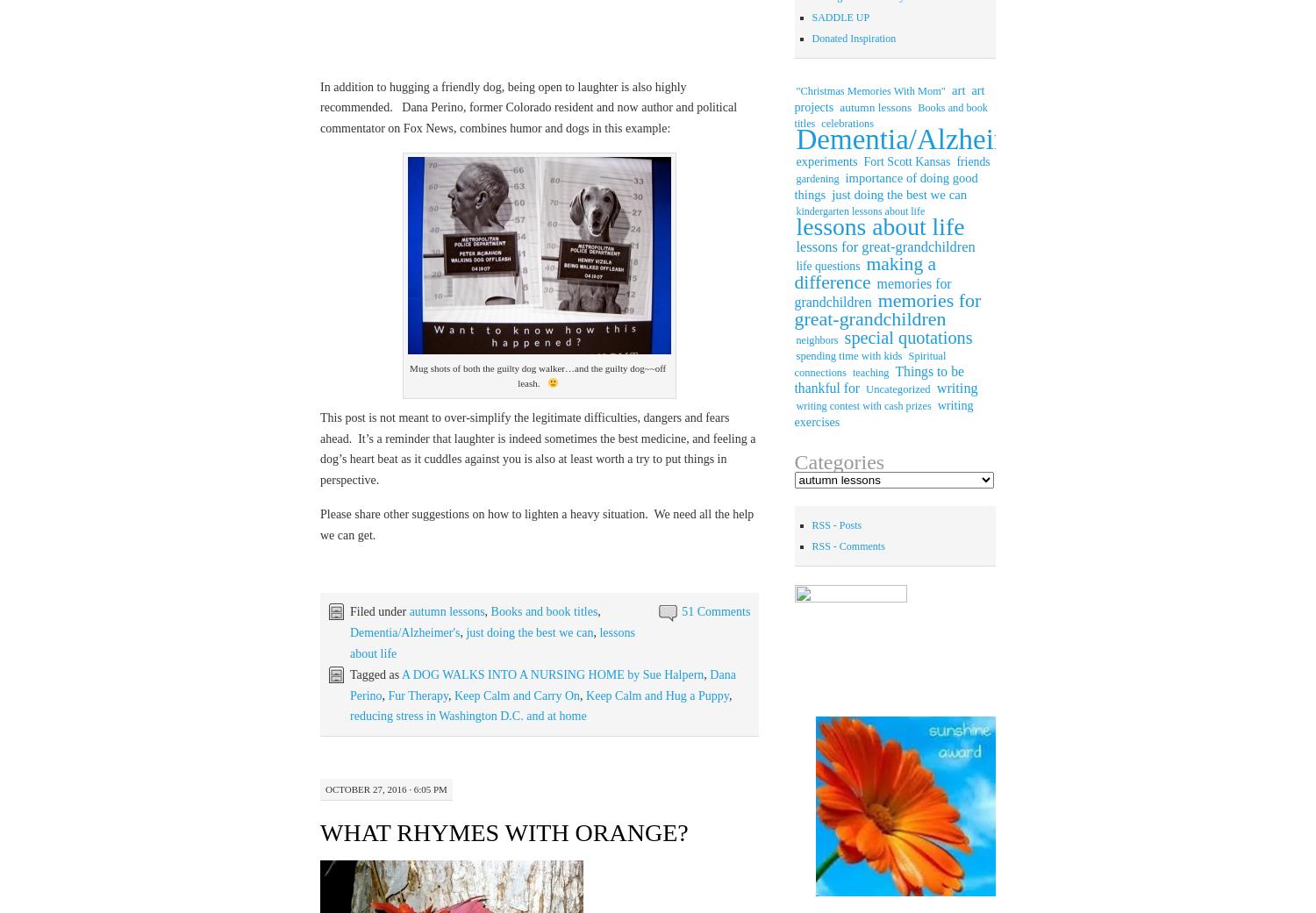 Image resolution: width=1316 pixels, height=913 pixels. What do you see at coordinates (817, 339) in the screenshot?
I see `'neighbors'` at bounding box center [817, 339].